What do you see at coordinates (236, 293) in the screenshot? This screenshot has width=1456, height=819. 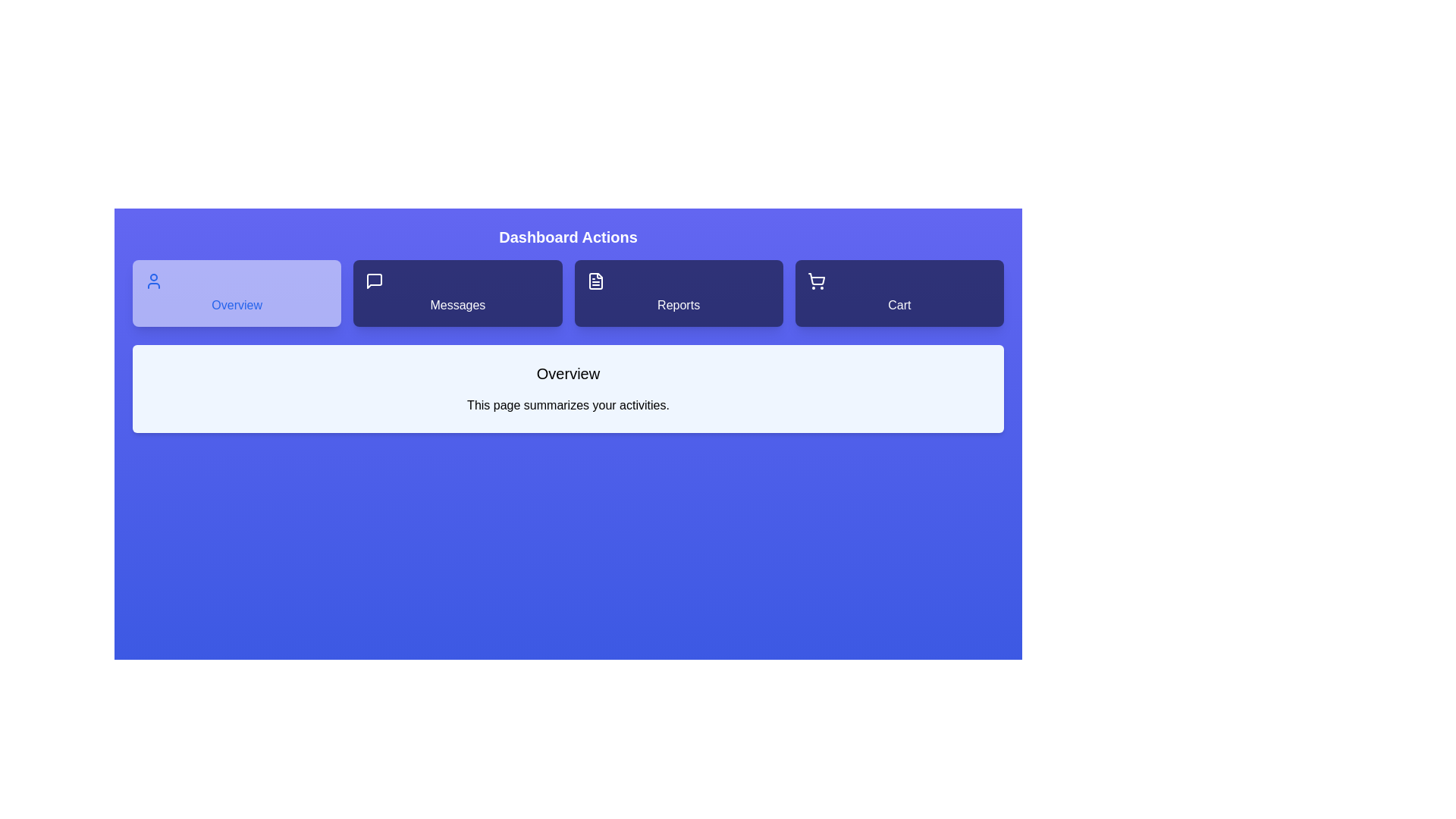 I see `the Overview tab to view its content` at bounding box center [236, 293].